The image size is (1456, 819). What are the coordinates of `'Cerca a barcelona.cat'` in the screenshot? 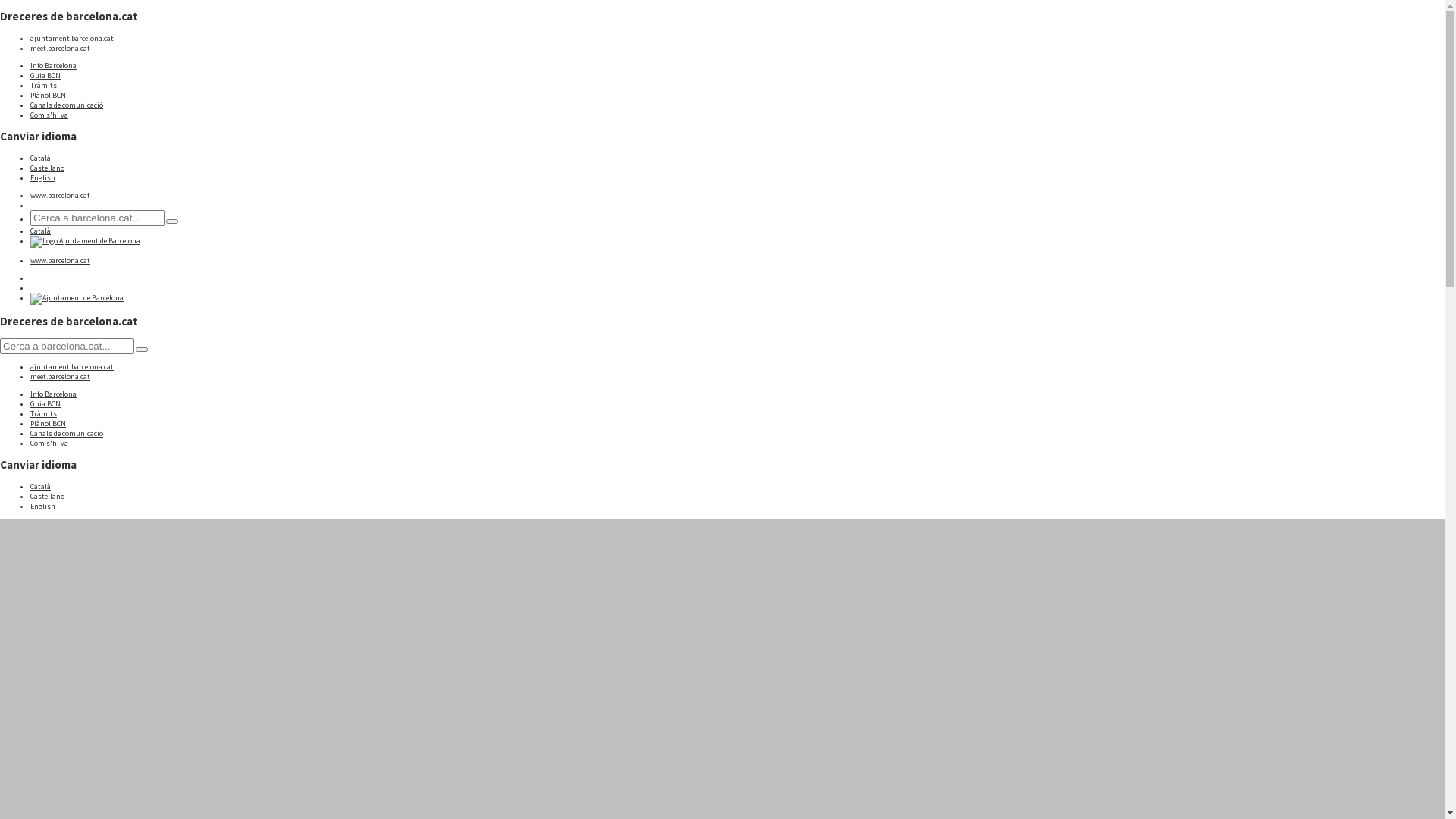 It's located at (142, 350).